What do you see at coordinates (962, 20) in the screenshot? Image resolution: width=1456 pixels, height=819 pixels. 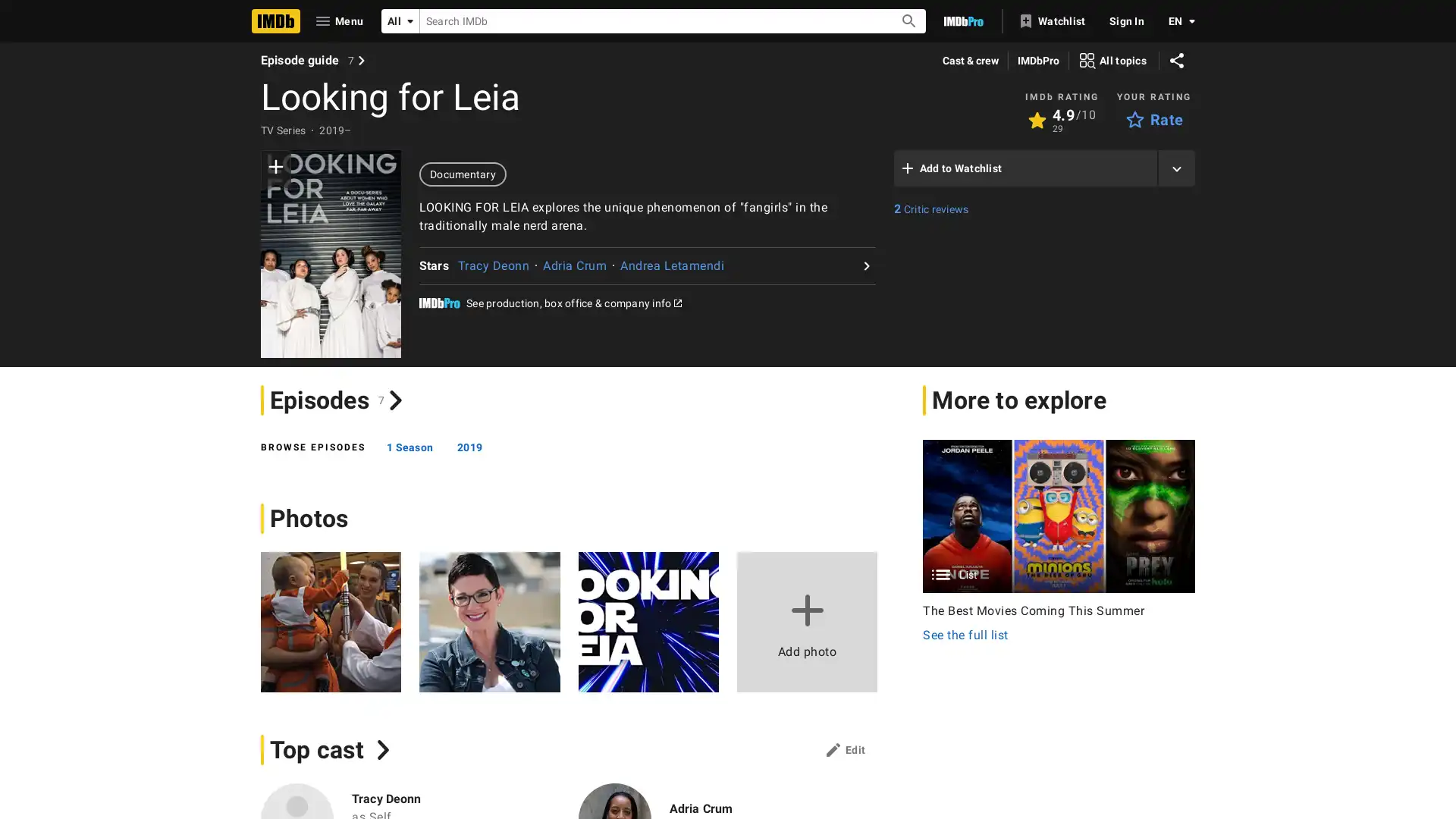 I see `Go To IMDb Pro` at bounding box center [962, 20].